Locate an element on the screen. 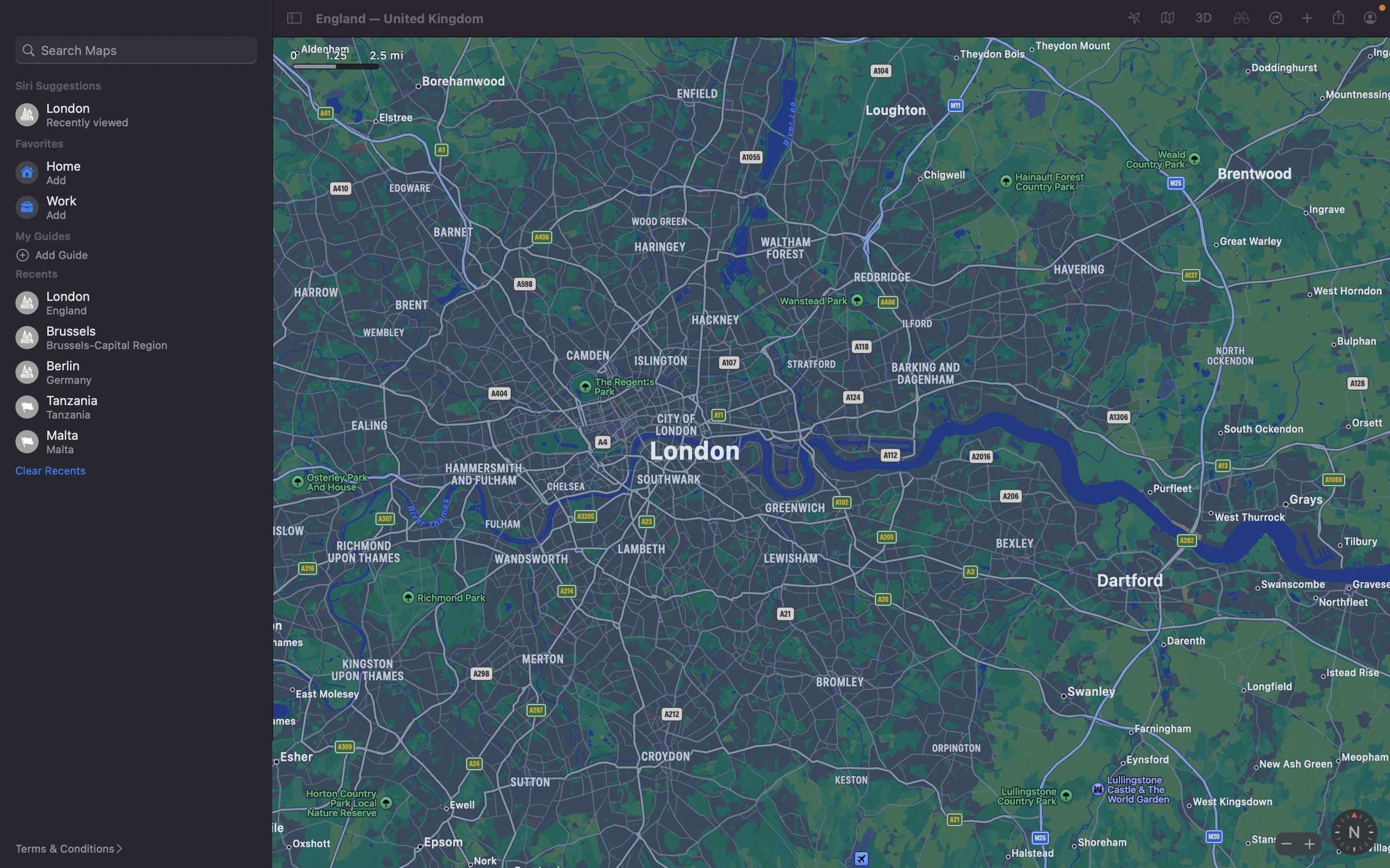  Look around the current map location is located at coordinates (1241, 18).